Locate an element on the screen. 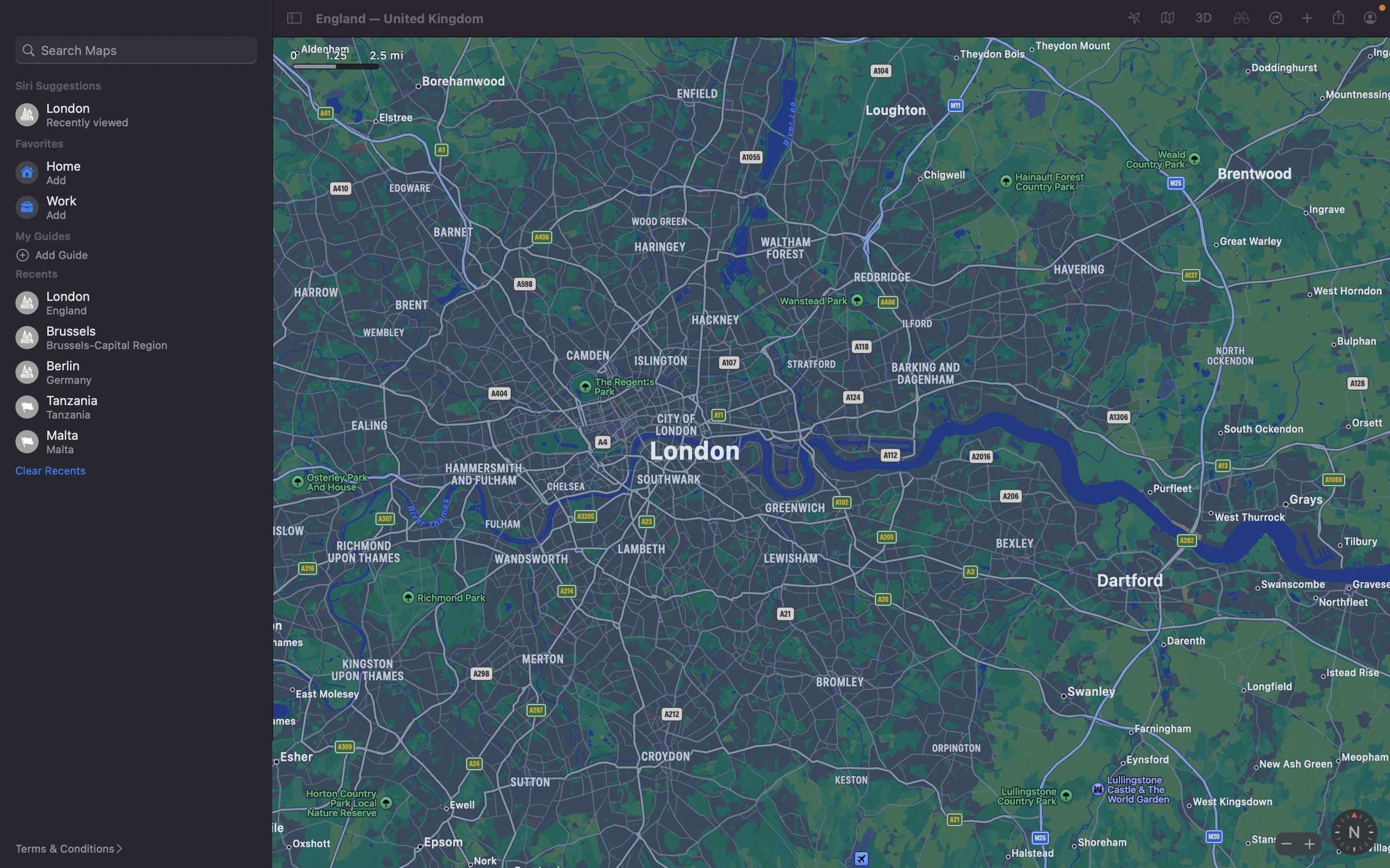  Look around the current map location is located at coordinates (1241, 18).